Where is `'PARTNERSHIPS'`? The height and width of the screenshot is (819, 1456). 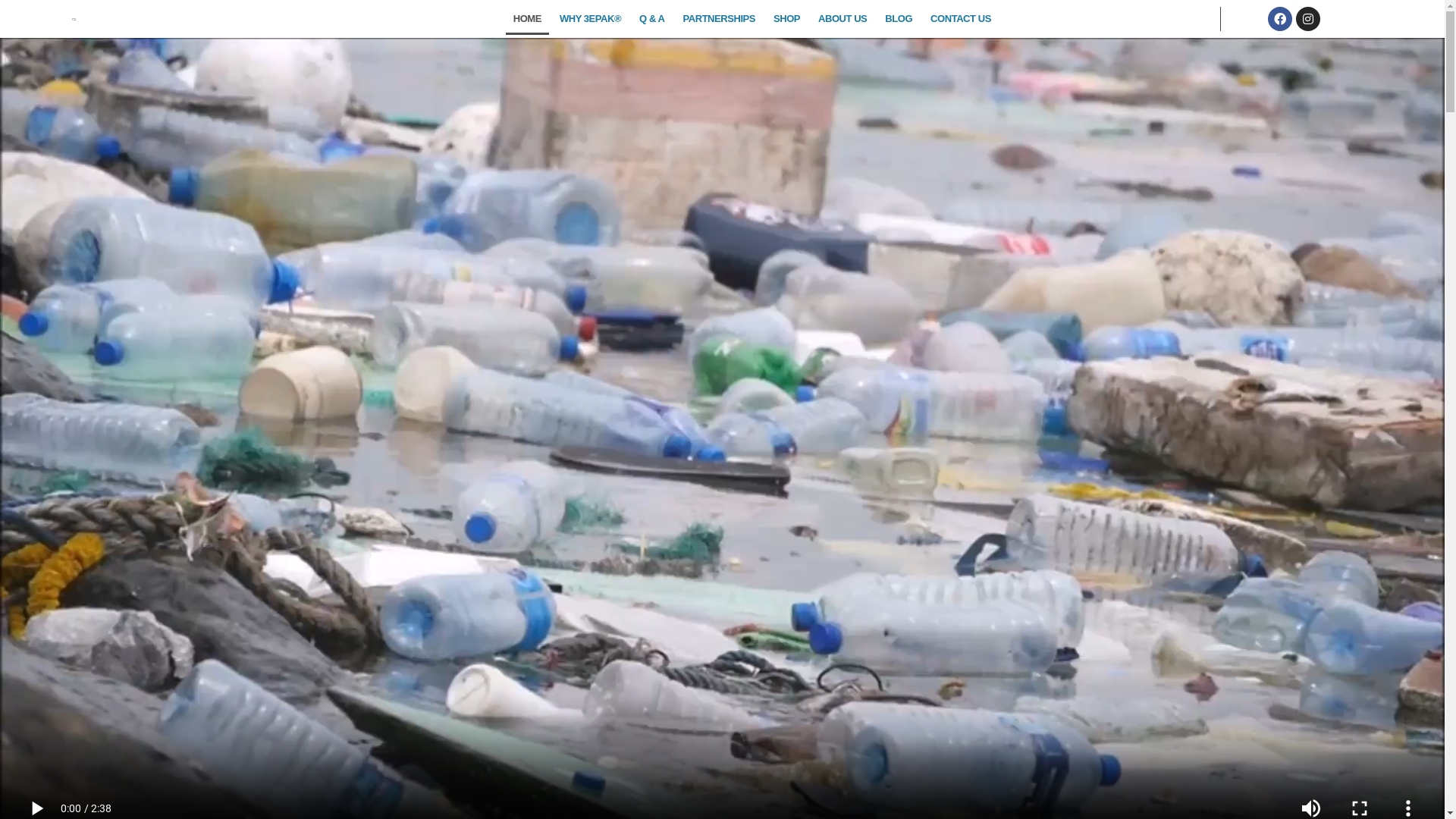
'PARTNERSHIPS' is located at coordinates (717, 18).